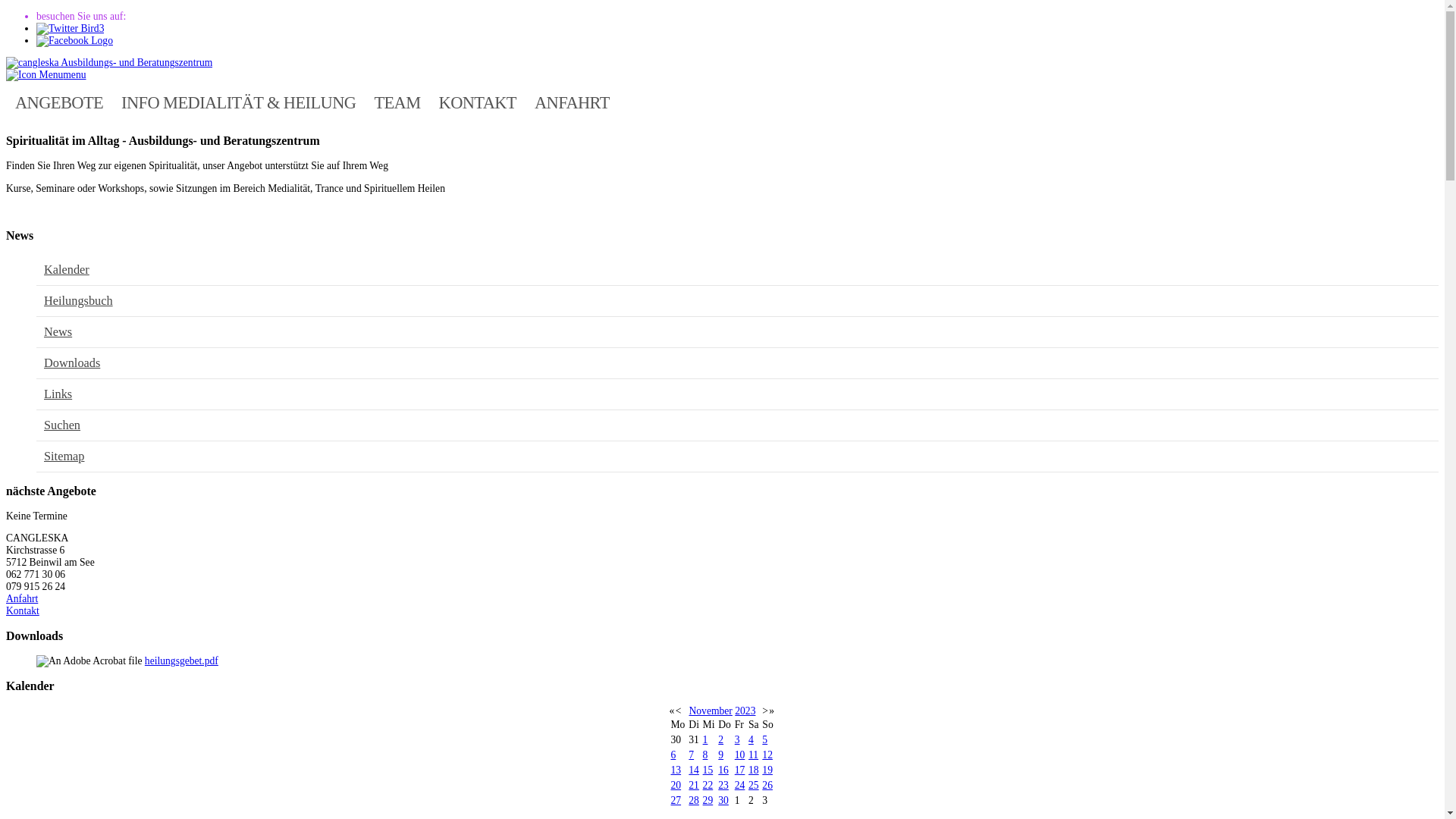 Image resolution: width=1456 pixels, height=819 pixels. I want to click on '9', so click(720, 755).